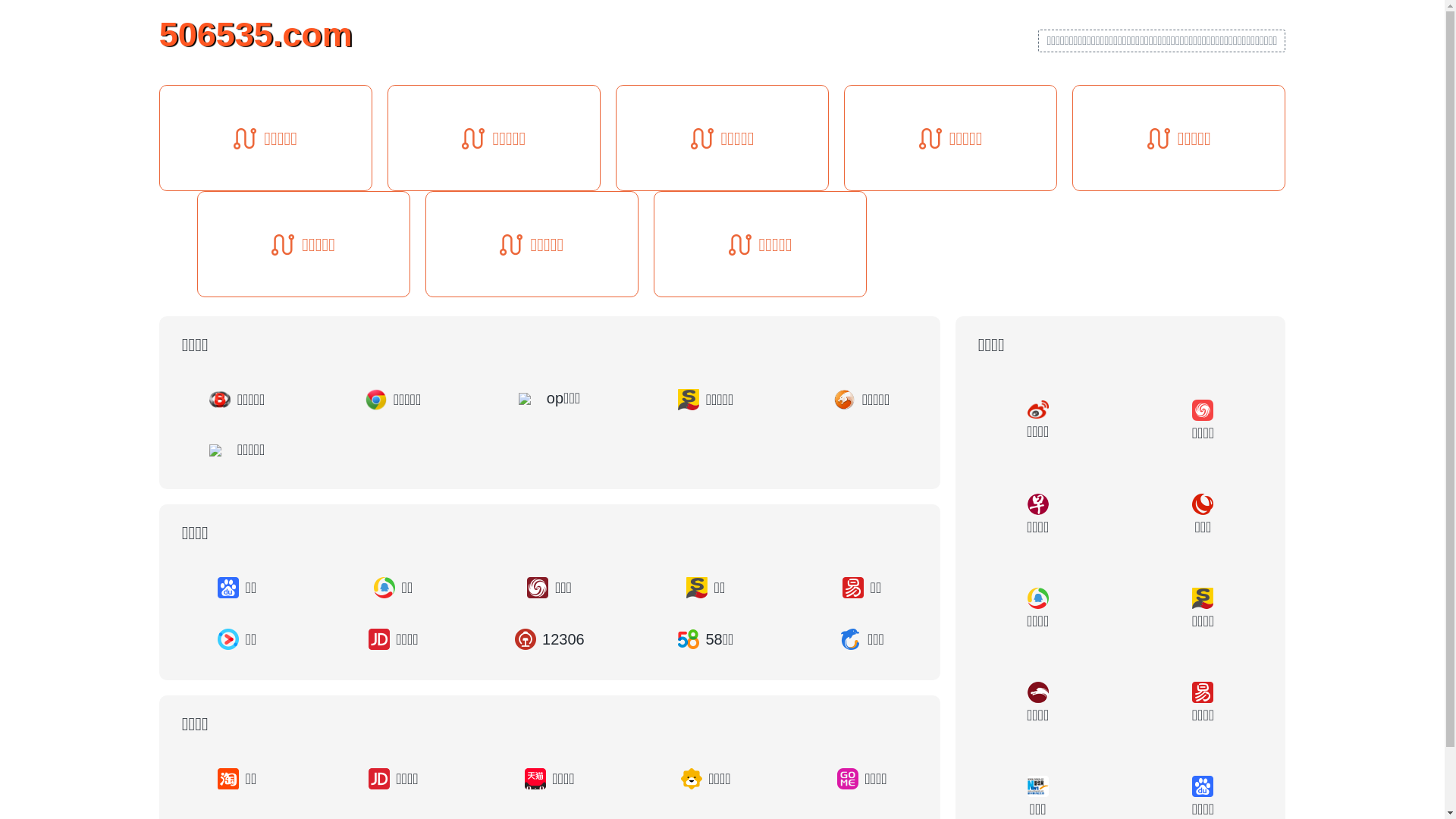 Image resolution: width=1456 pixels, height=819 pixels. What do you see at coordinates (548, 639) in the screenshot?
I see `'12306'` at bounding box center [548, 639].